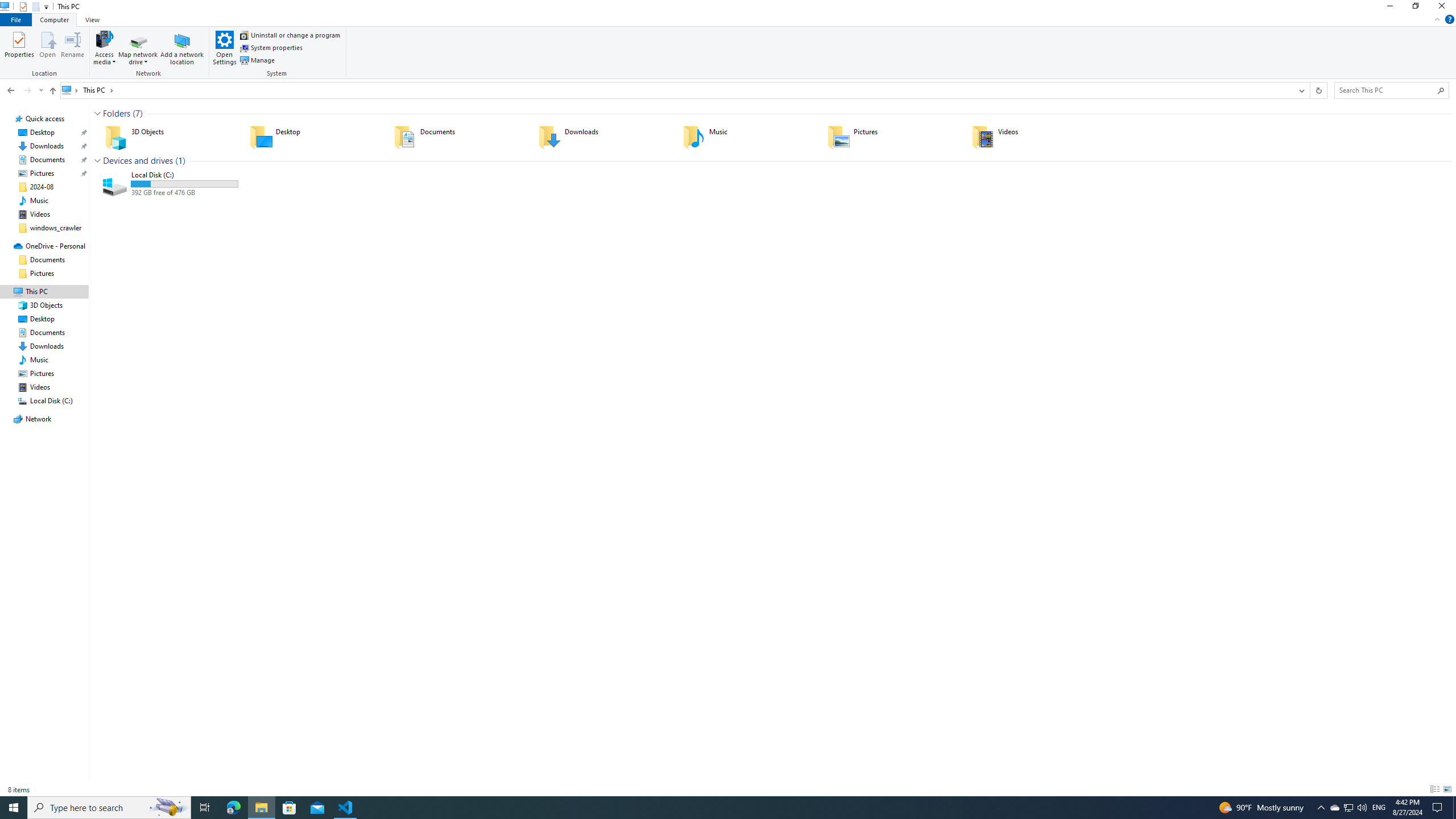  What do you see at coordinates (47, 159) in the screenshot?
I see `'Documents (pinned)'` at bounding box center [47, 159].